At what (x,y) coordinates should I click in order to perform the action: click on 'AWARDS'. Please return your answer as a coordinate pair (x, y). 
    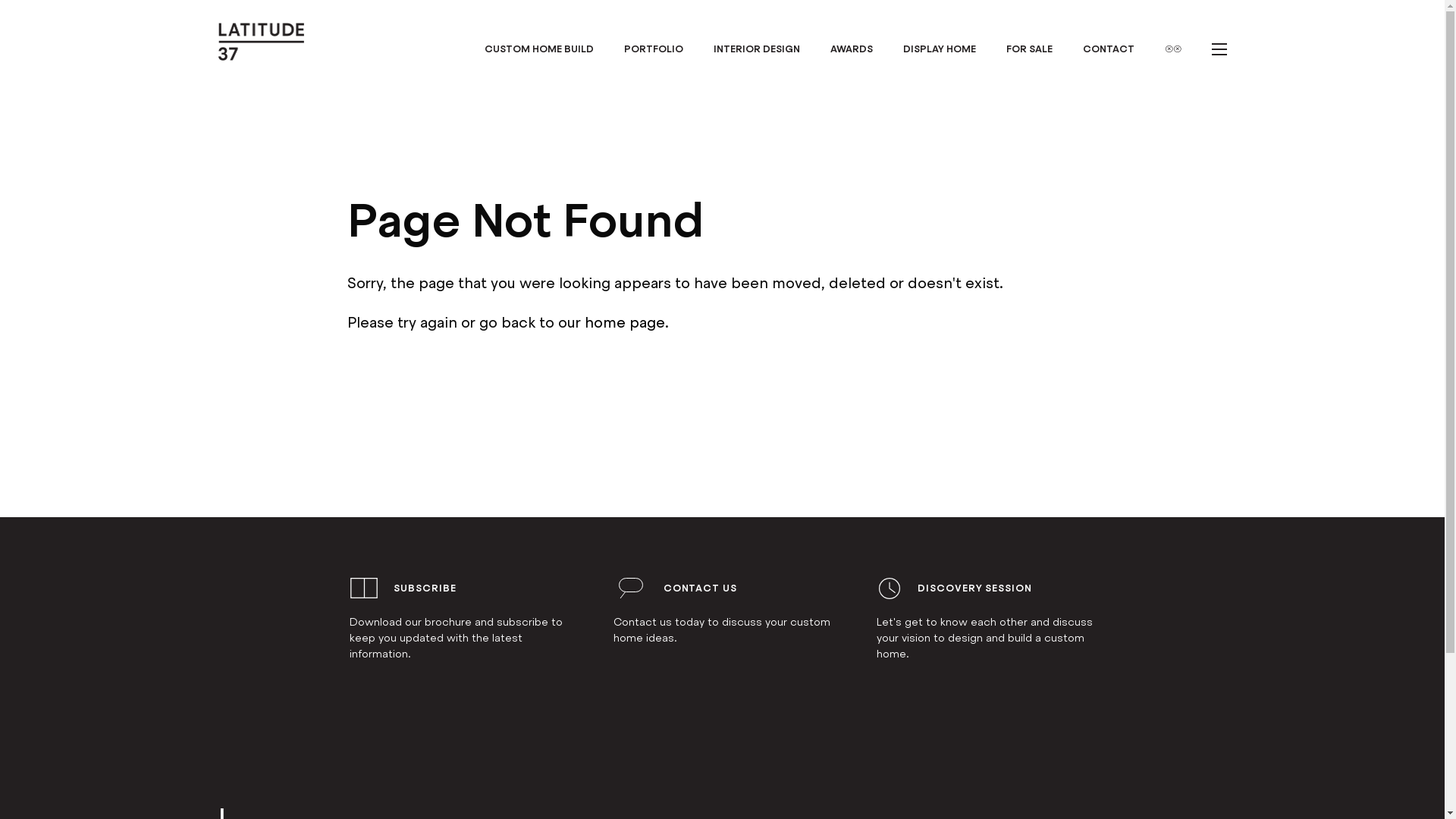
    Looking at the image, I should click on (851, 49).